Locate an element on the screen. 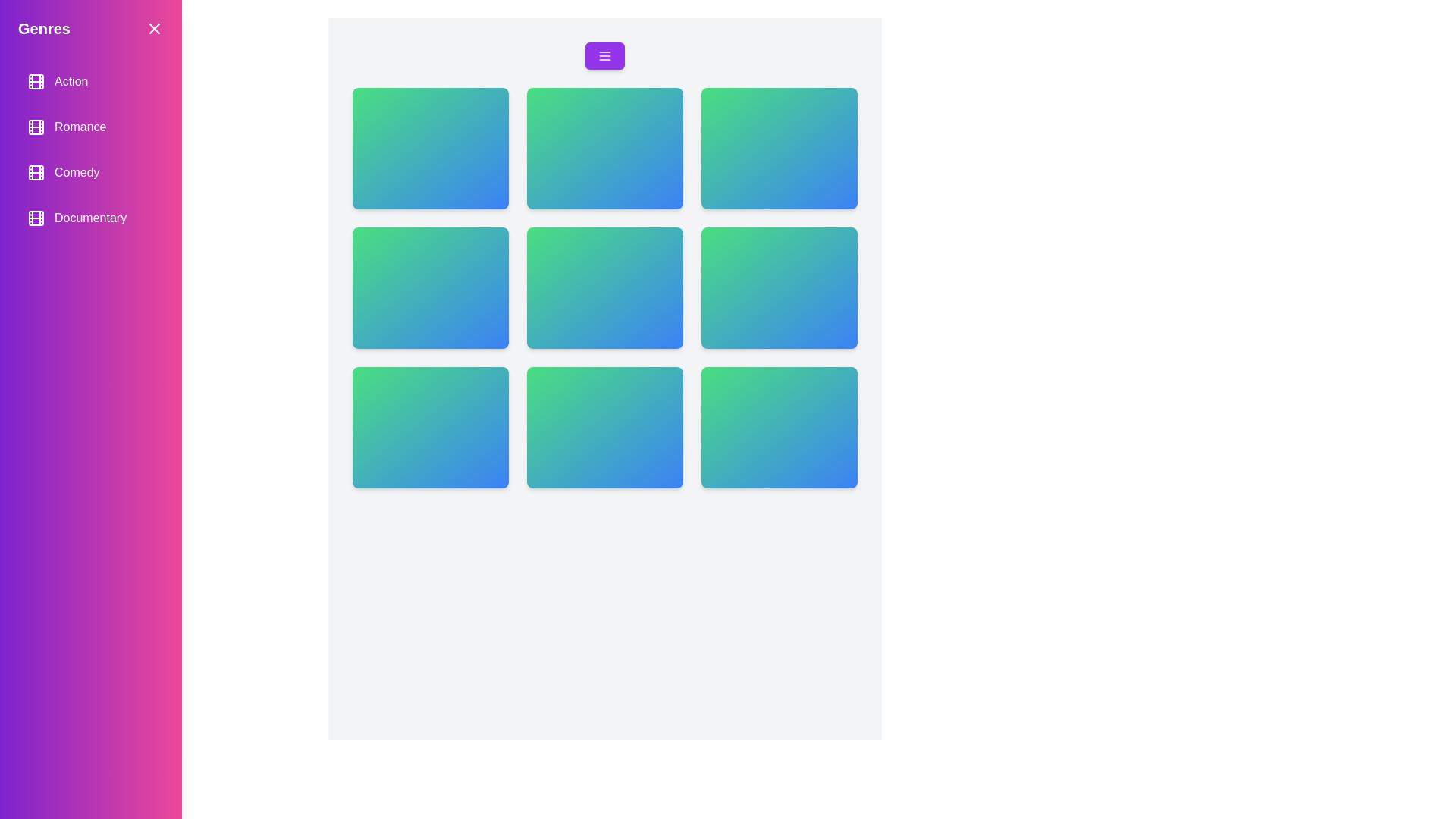 The height and width of the screenshot is (819, 1456). the genre item labeled Documentary is located at coordinates (90, 218).